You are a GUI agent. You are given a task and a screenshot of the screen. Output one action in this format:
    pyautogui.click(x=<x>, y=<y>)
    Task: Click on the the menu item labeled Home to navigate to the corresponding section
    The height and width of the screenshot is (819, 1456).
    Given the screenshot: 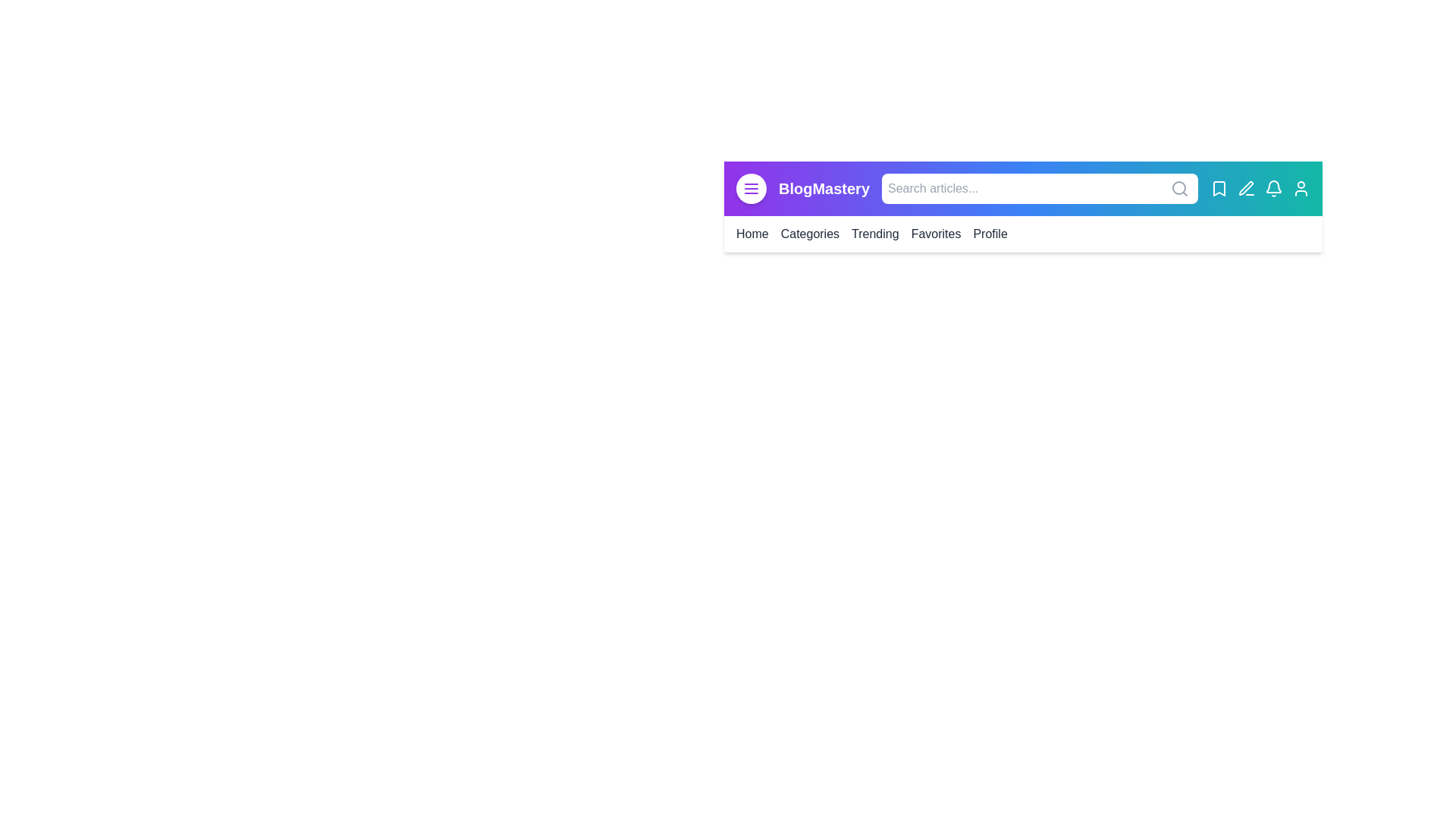 What is the action you would take?
    pyautogui.click(x=752, y=234)
    